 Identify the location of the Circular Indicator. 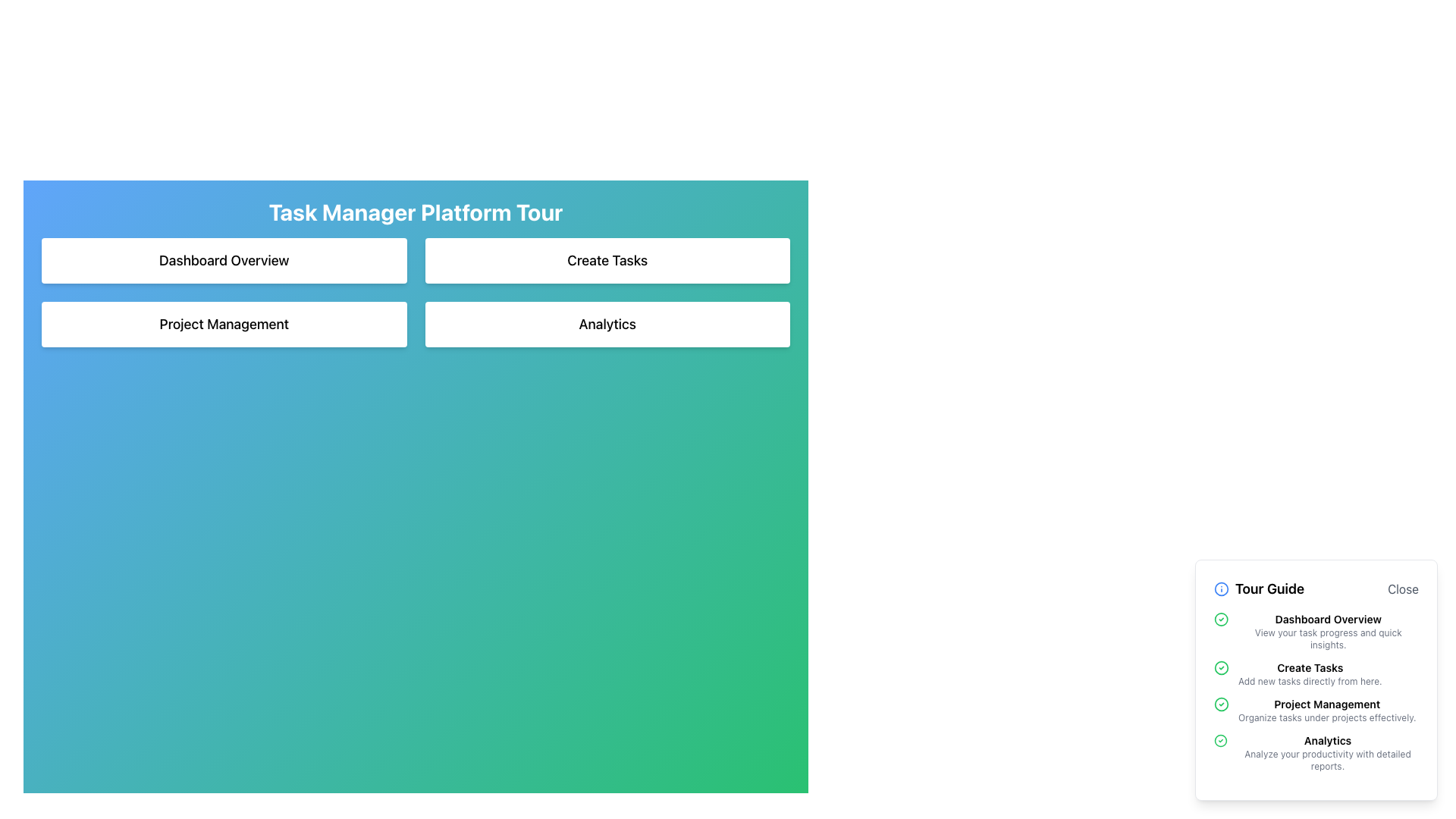
(1222, 704).